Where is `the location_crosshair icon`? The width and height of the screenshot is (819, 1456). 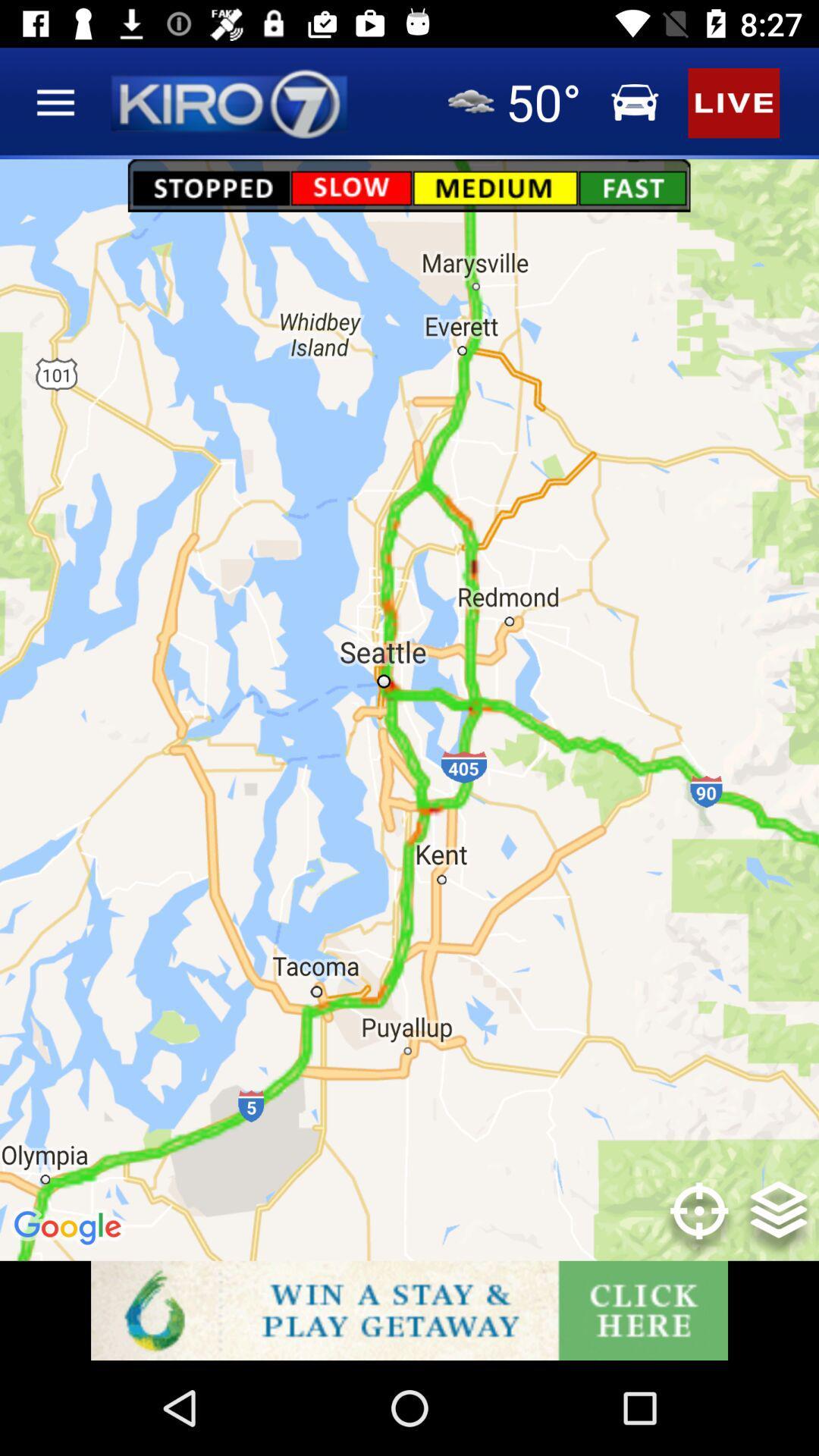 the location_crosshair icon is located at coordinates (699, 1221).